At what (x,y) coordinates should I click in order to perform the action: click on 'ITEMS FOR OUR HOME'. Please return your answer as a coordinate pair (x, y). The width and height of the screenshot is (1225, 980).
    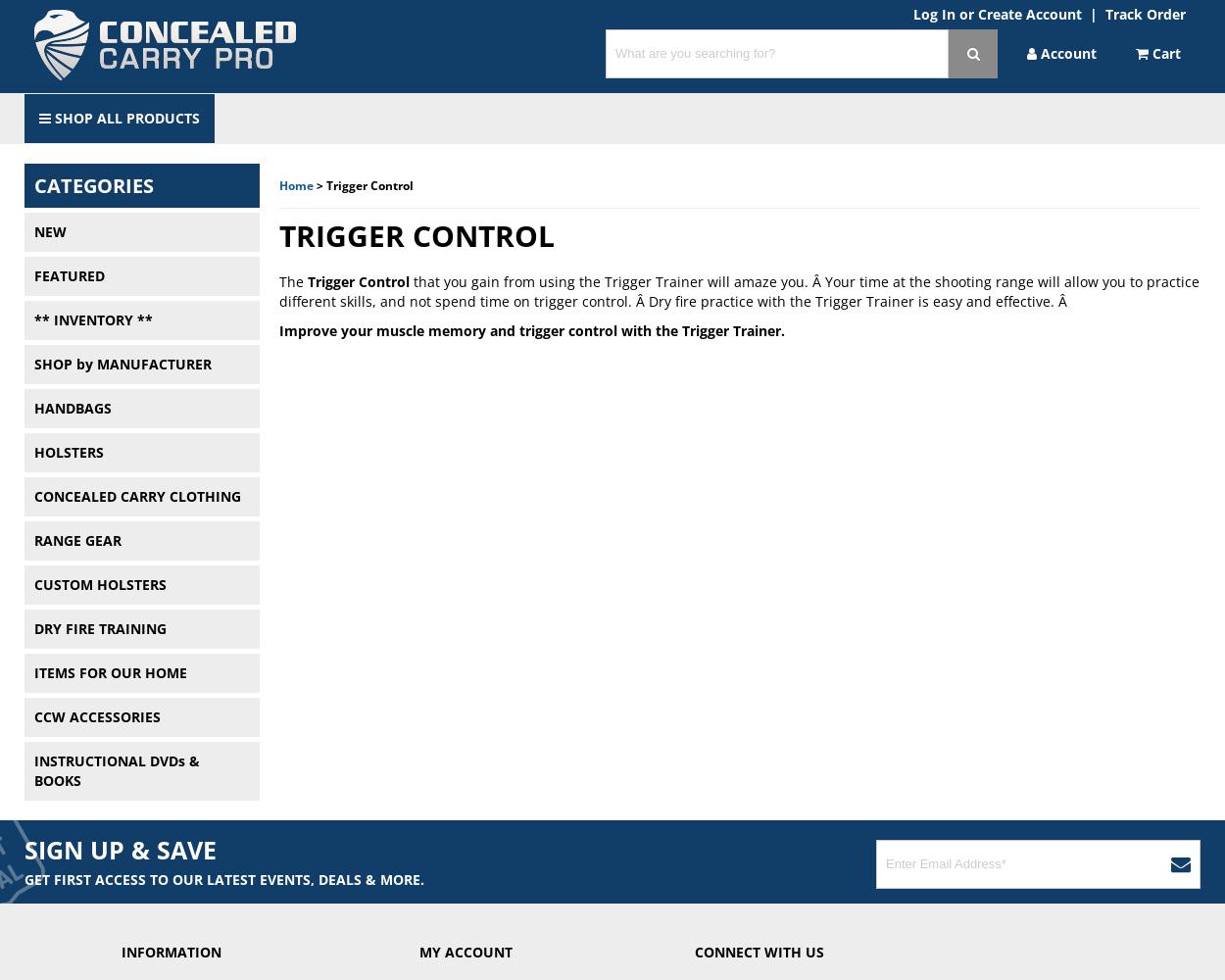
    Looking at the image, I should click on (109, 672).